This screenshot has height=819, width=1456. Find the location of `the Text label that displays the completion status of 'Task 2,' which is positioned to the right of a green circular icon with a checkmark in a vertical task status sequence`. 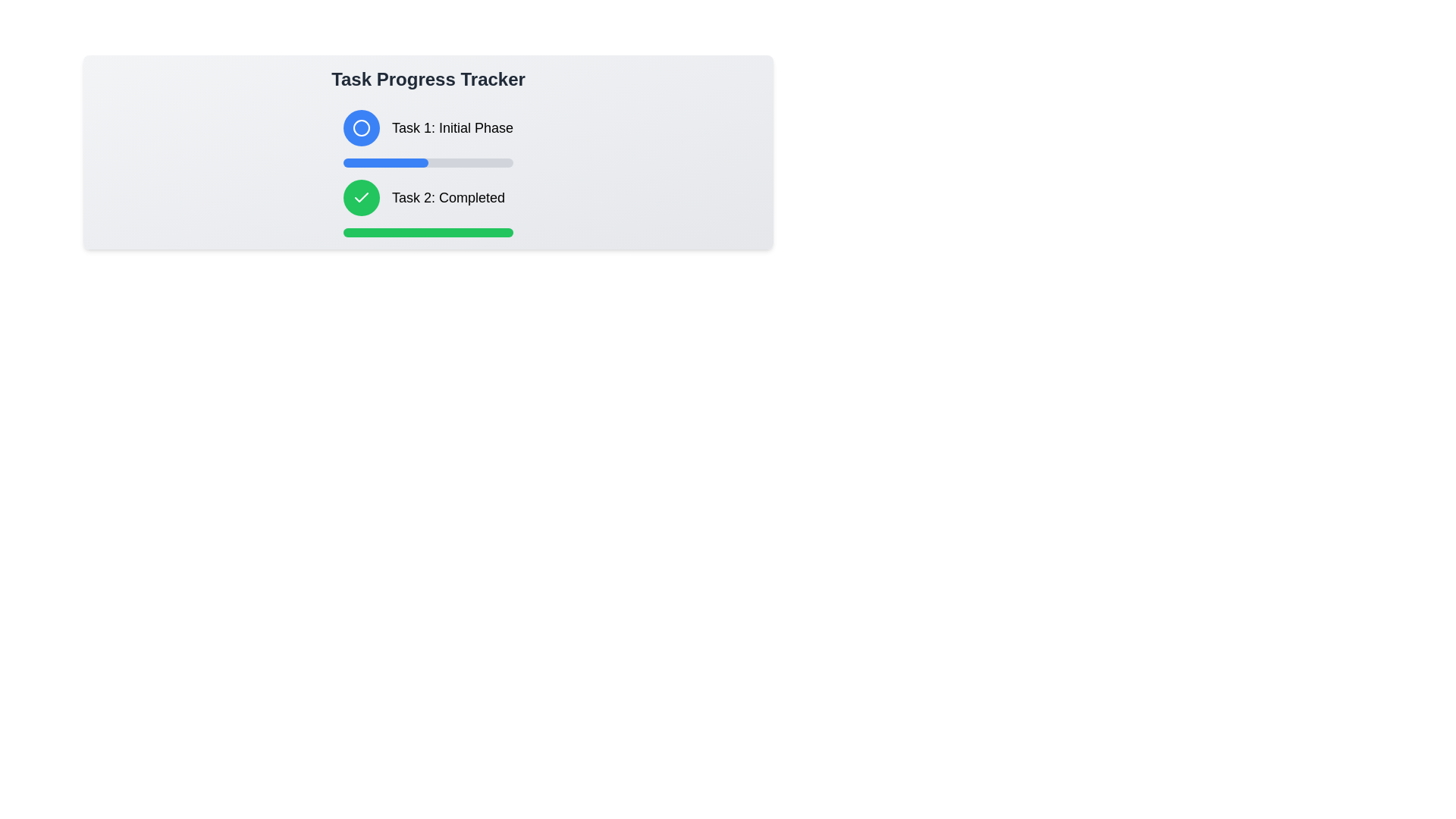

the Text label that displays the completion status of 'Task 2,' which is positioned to the right of a green circular icon with a checkmark in a vertical task status sequence is located at coordinates (447, 197).